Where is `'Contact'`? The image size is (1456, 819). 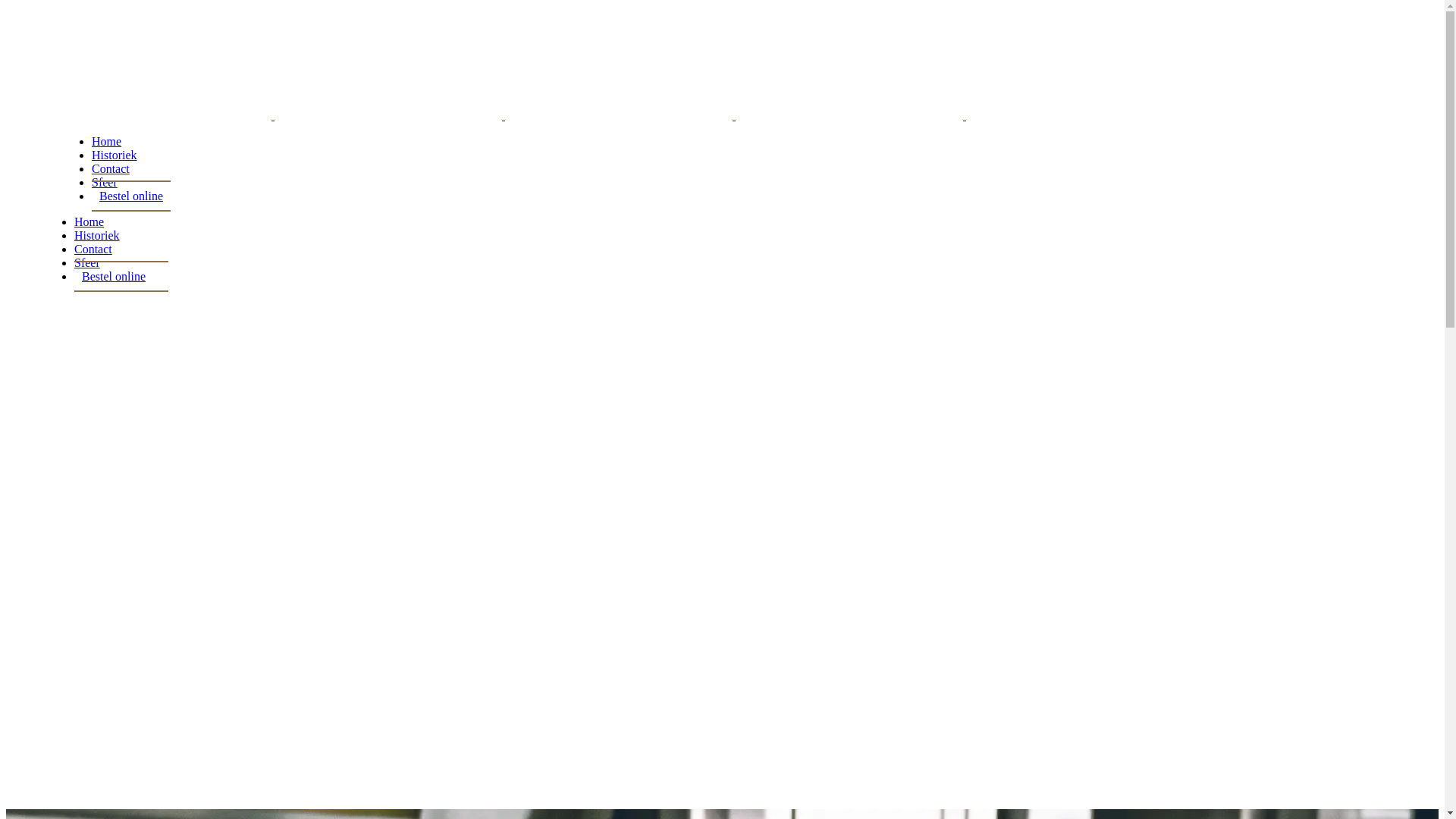 'Contact' is located at coordinates (93, 248).